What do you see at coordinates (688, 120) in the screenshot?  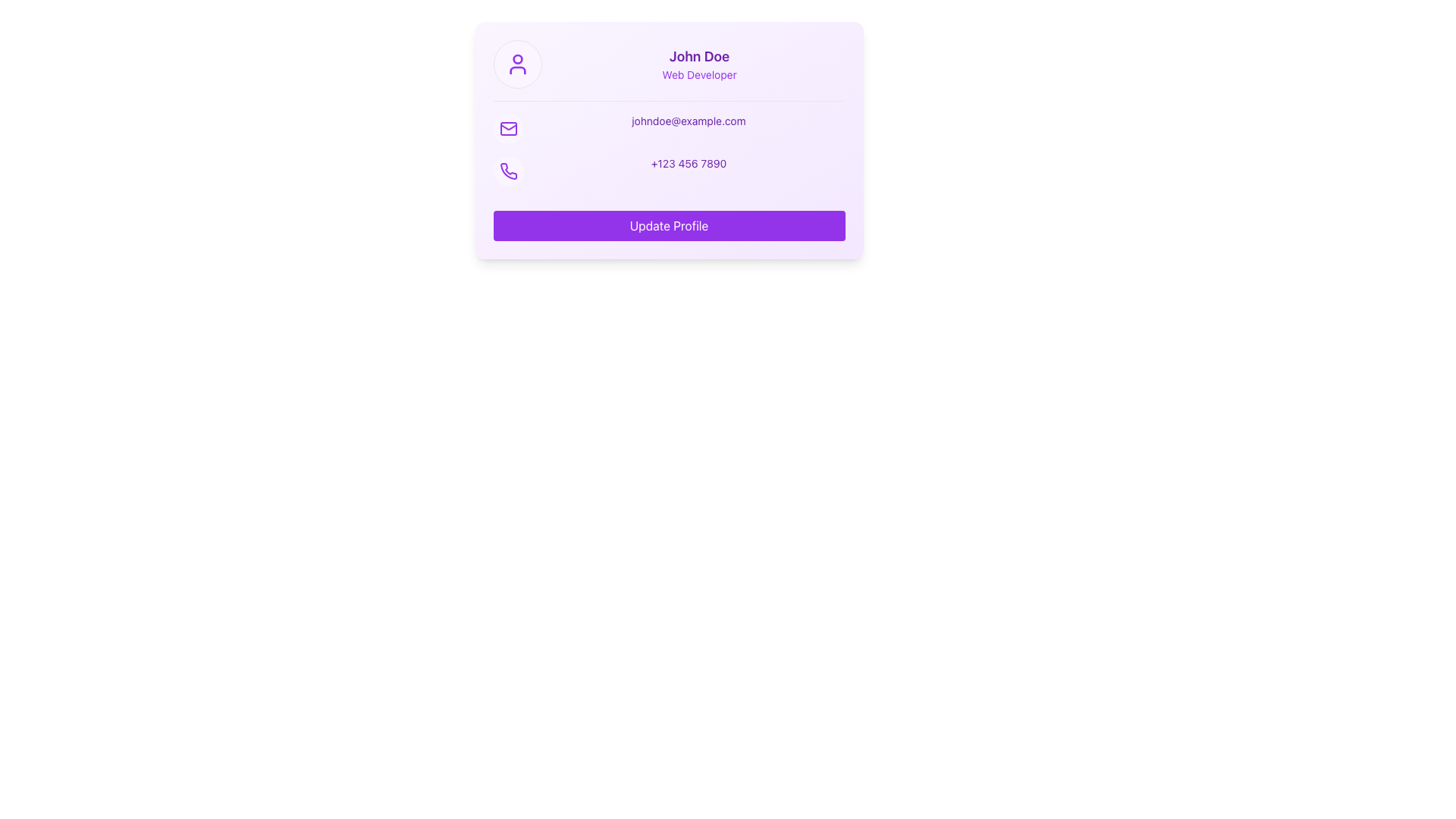 I see `the email address text label displaying 'johndoe@example.com', which is styled in a bold purple font and located in the middle of the card component` at bounding box center [688, 120].